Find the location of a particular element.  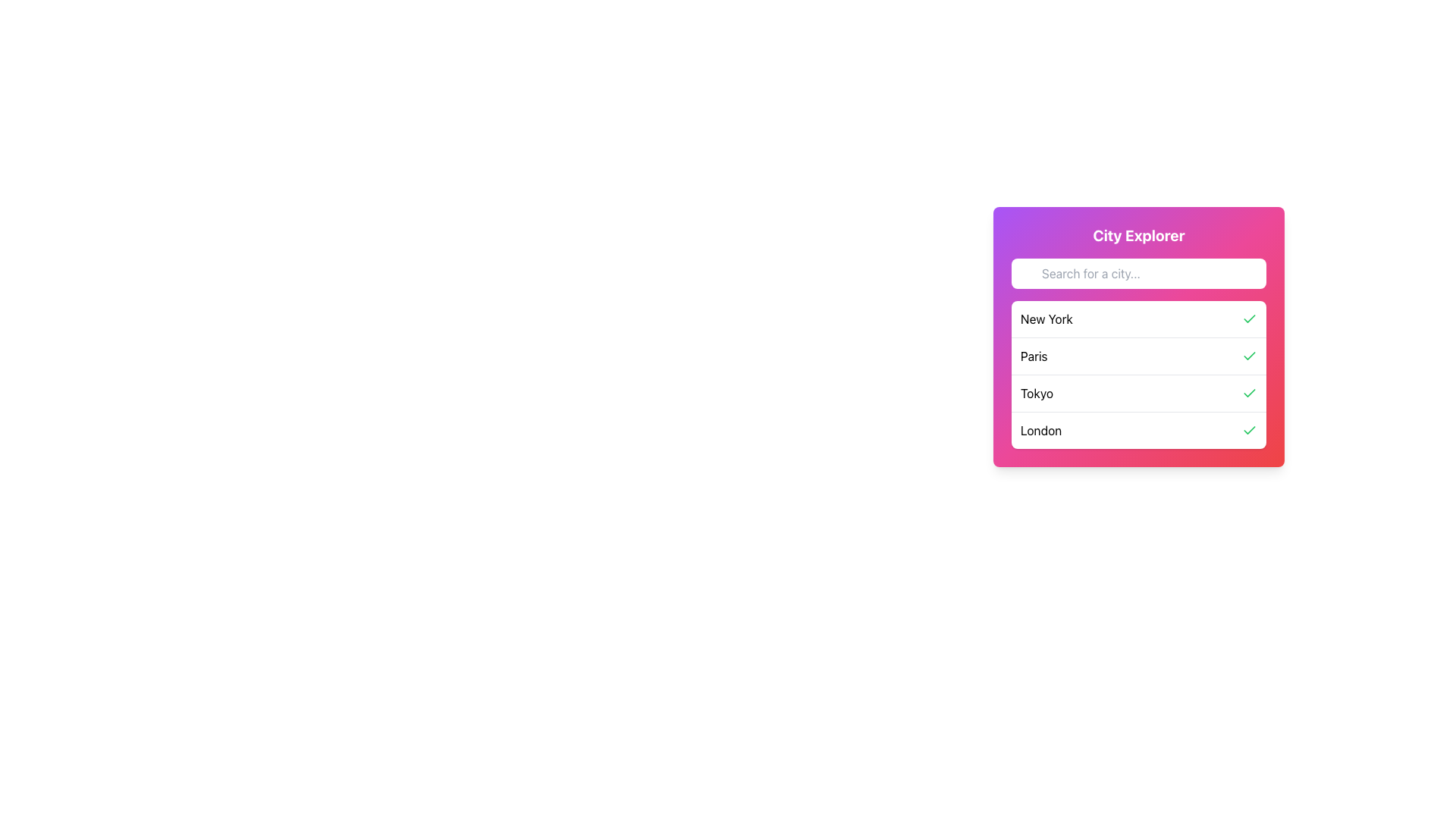

the Text Label at the top of the card with a purple-to-red gradient background, which serves as a title or heading for the card is located at coordinates (1139, 236).